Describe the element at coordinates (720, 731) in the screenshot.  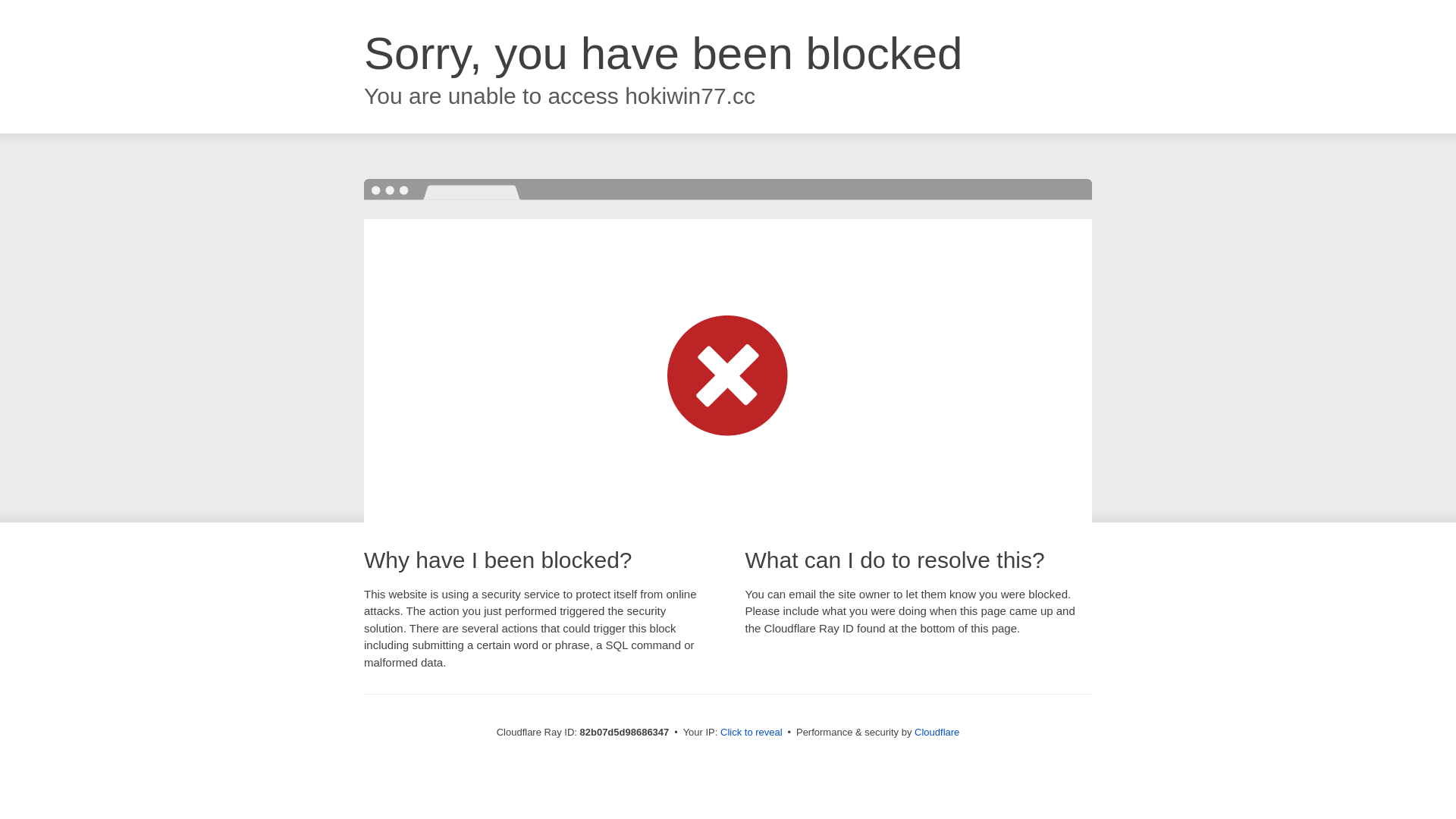
I see `'Click to reveal'` at that location.